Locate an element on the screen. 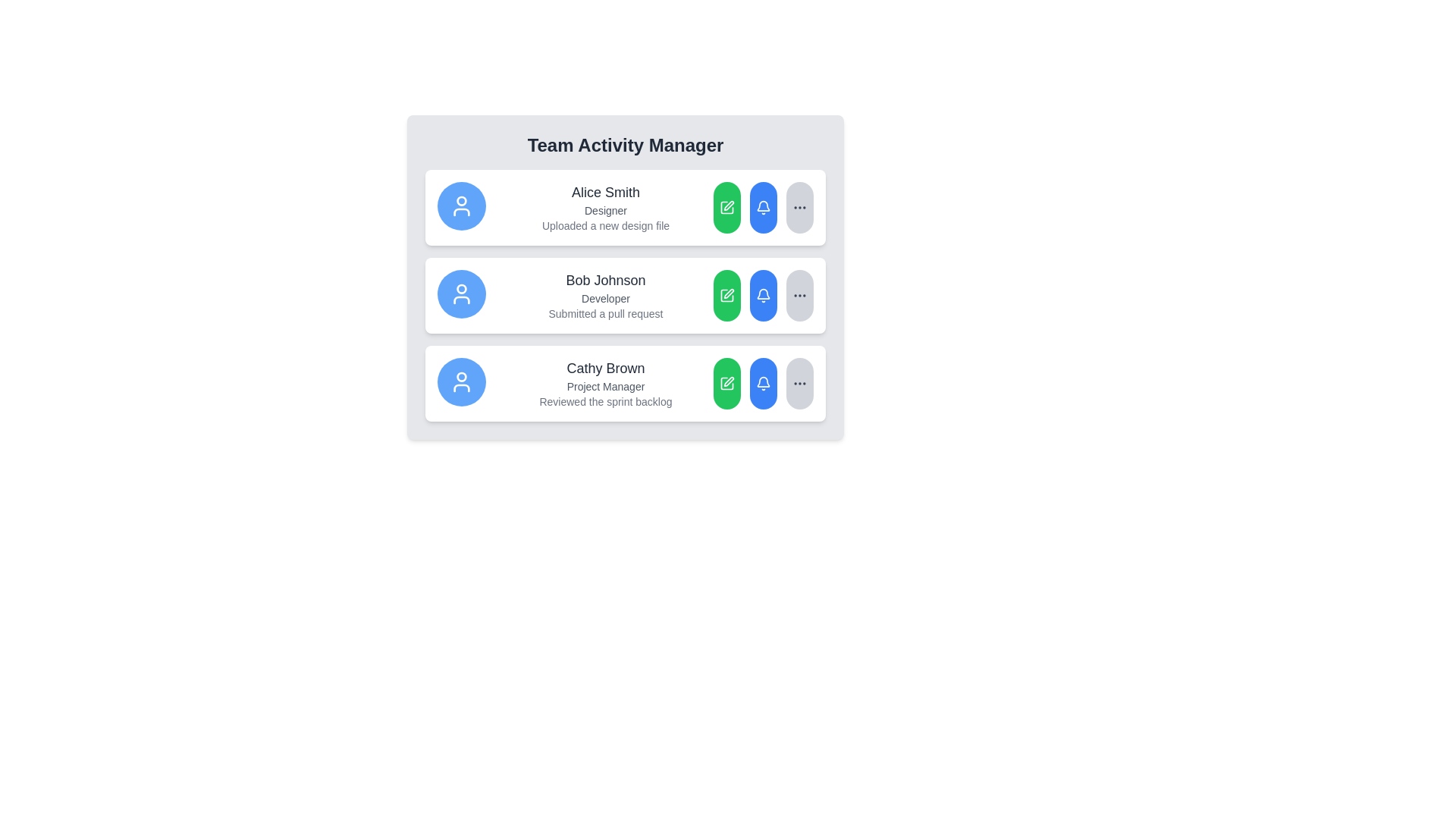 This screenshot has width=1456, height=819. the first button in the row of interactive circular buttons associated with the entry 'Bob Johnson' is located at coordinates (726, 295).